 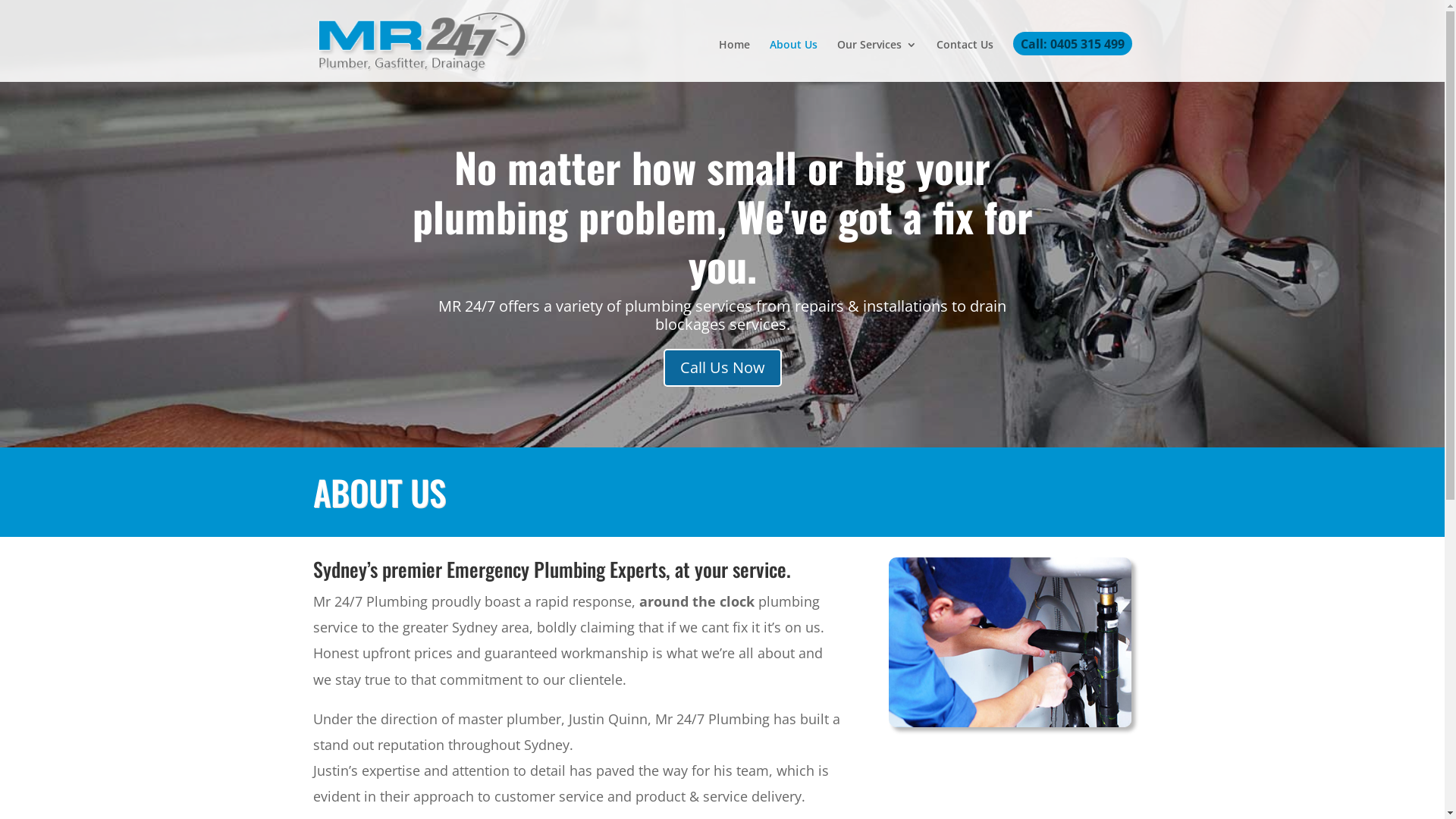 I want to click on 'Contact Us', so click(x=963, y=60).